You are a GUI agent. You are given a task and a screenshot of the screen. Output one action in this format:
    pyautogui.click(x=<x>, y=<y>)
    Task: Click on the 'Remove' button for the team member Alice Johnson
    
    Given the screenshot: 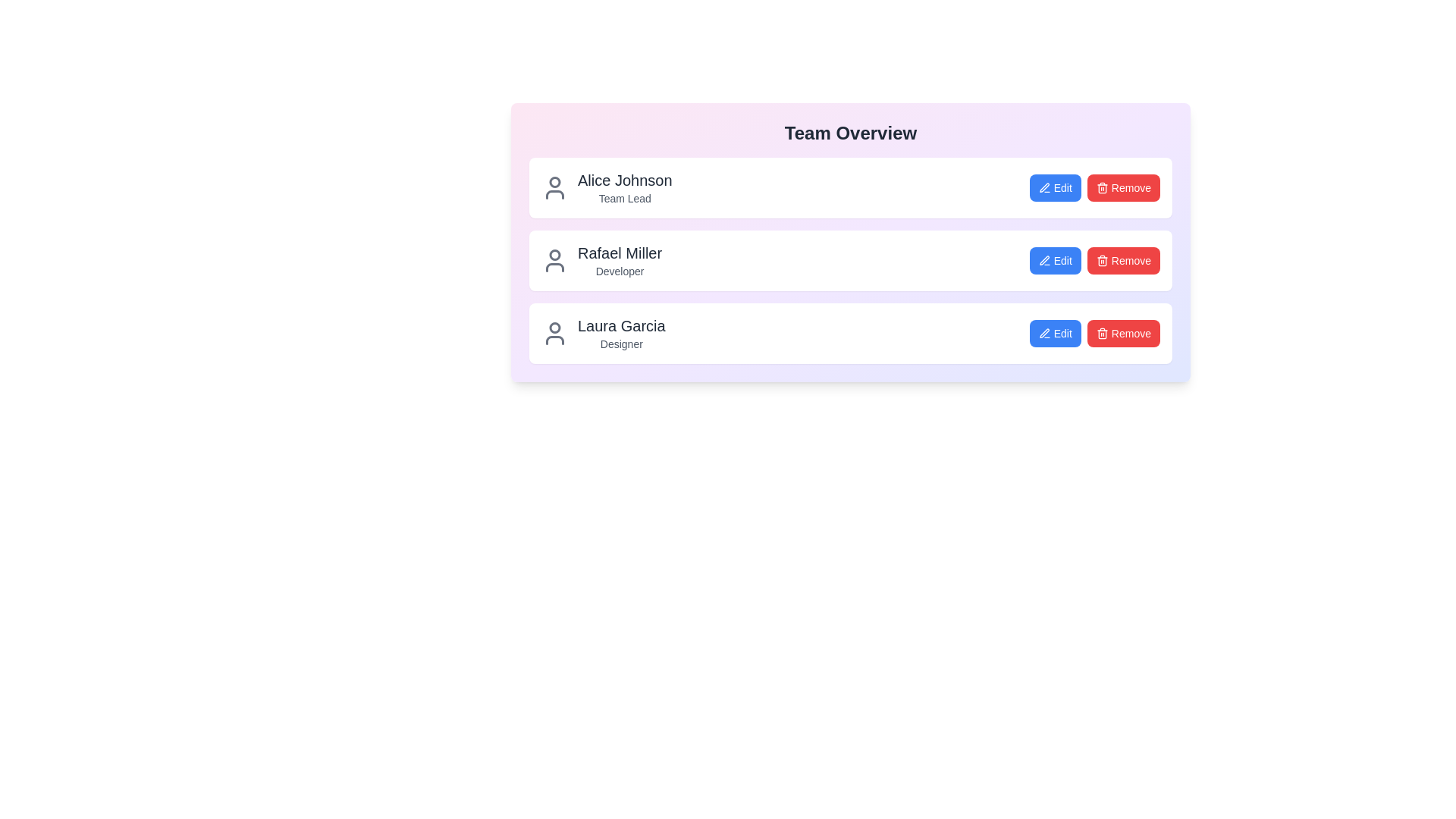 What is the action you would take?
    pyautogui.click(x=1123, y=187)
    